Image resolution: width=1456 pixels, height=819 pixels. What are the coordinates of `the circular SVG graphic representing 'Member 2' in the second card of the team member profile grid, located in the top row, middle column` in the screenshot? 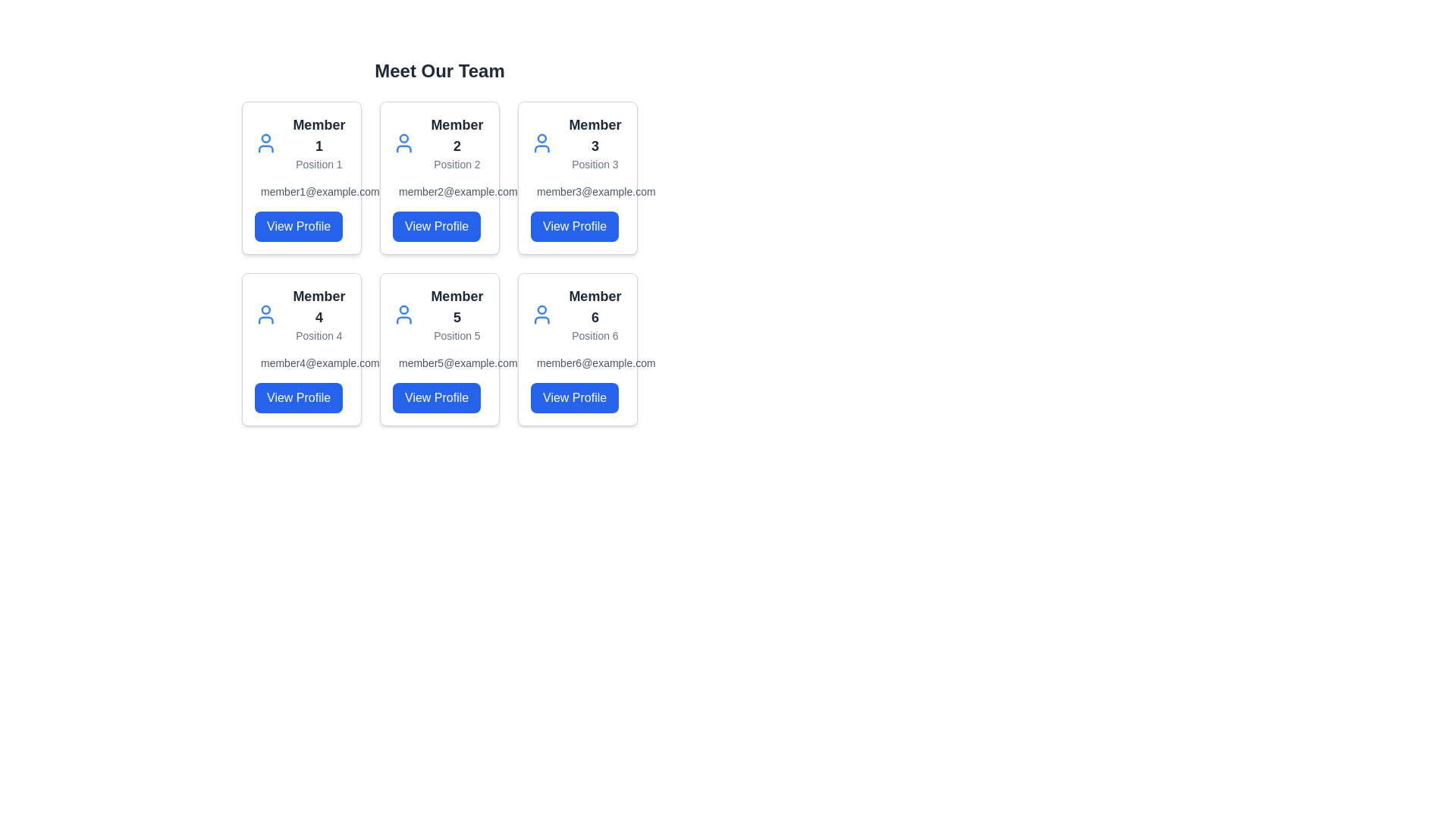 It's located at (403, 138).